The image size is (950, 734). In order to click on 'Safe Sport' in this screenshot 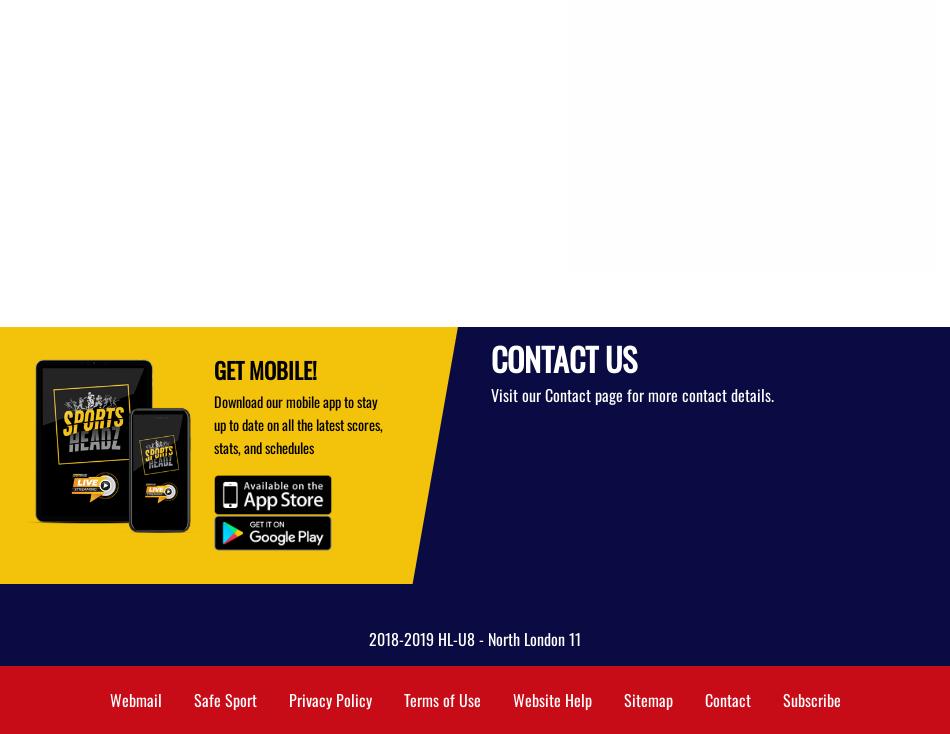, I will do `click(224, 700)`.